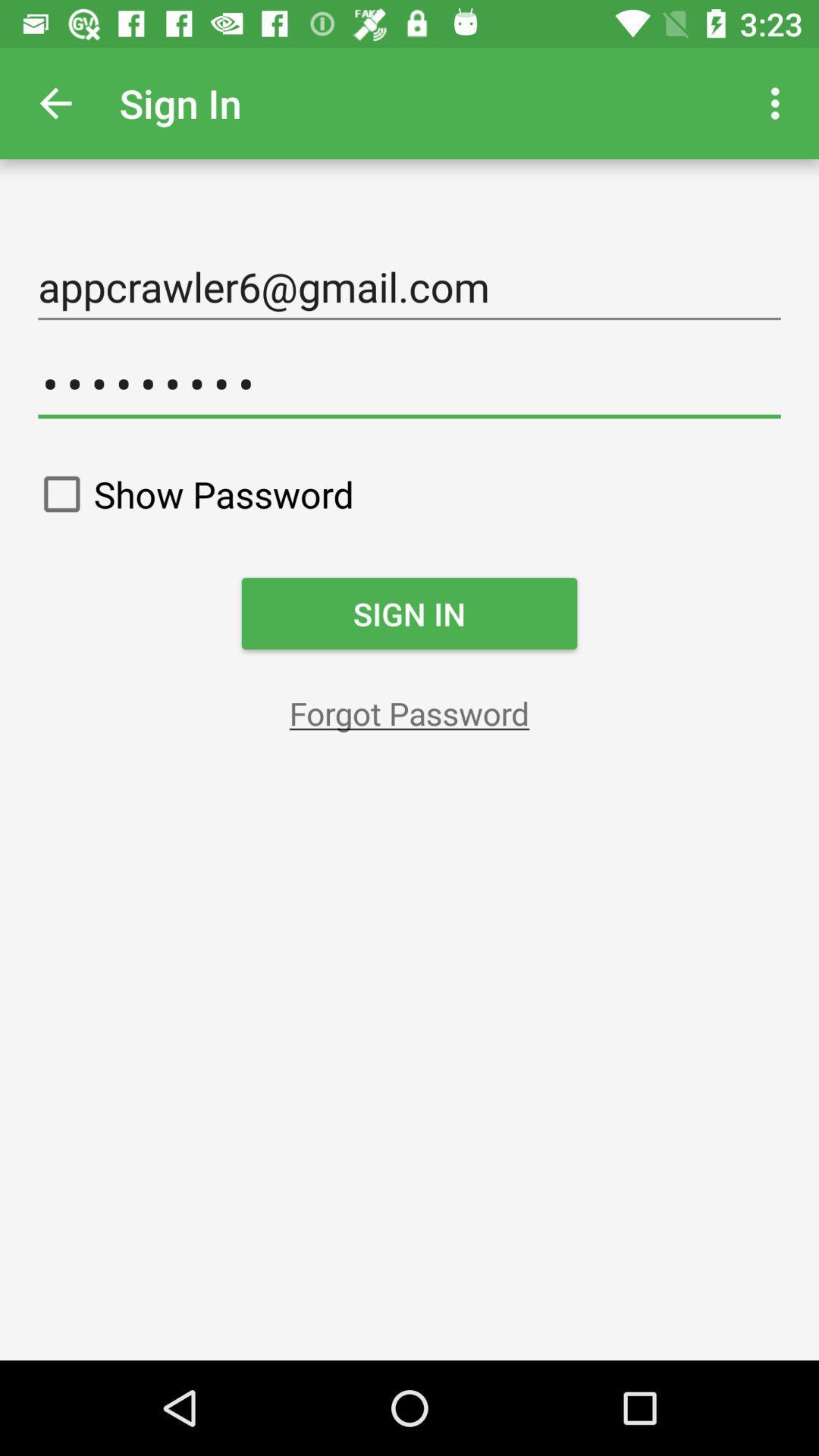 This screenshot has width=819, height=1456. Describe the element at coordinates (779, 102) in the screenshot. I see `app to the right of the sign in item` at that location.